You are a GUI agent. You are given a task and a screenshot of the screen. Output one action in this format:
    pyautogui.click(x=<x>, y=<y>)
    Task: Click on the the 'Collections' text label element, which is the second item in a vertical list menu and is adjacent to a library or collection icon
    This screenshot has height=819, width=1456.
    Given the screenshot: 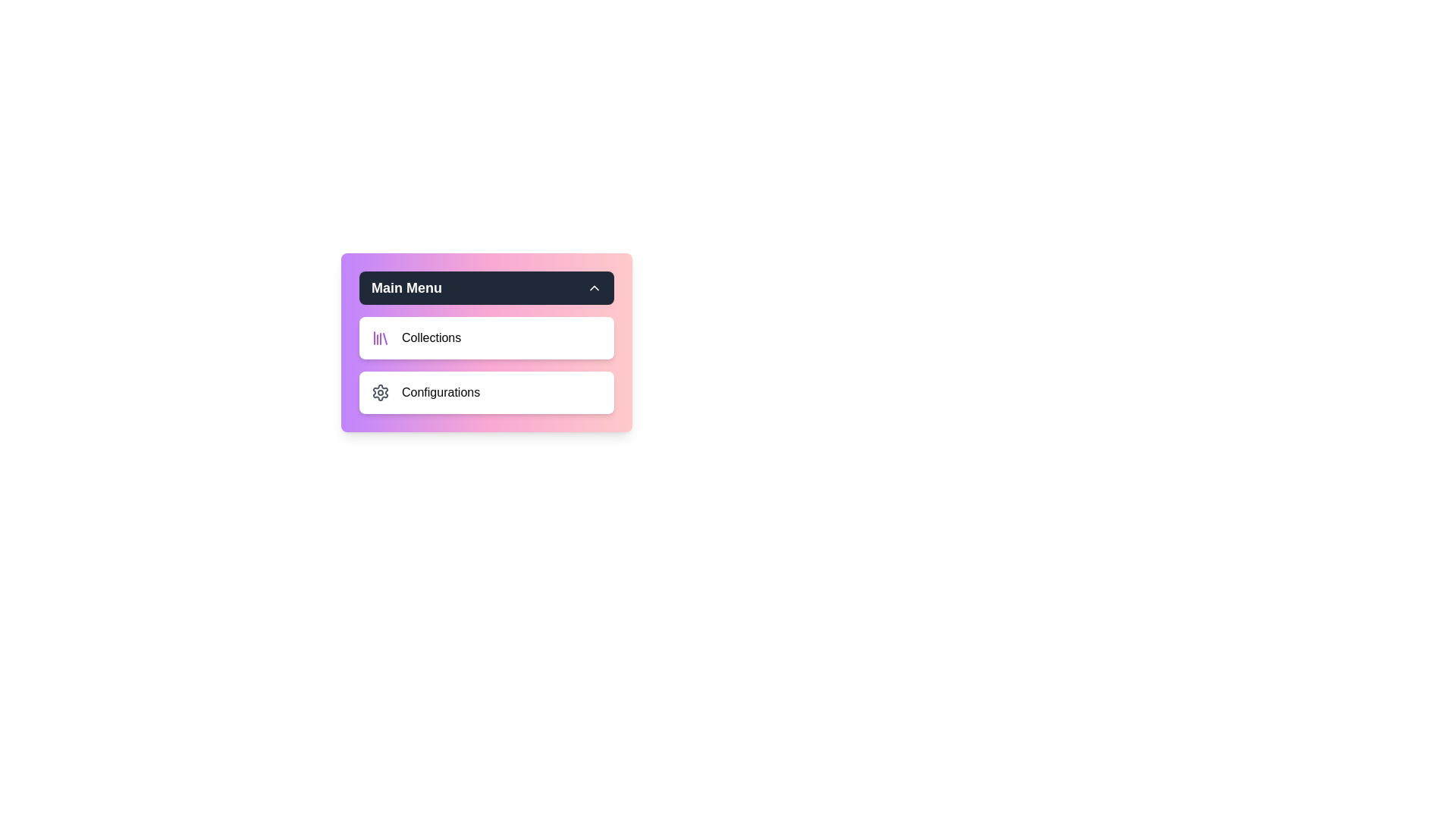 What is the action you would take?
    pyautogui.click(x=431, y=337)
    